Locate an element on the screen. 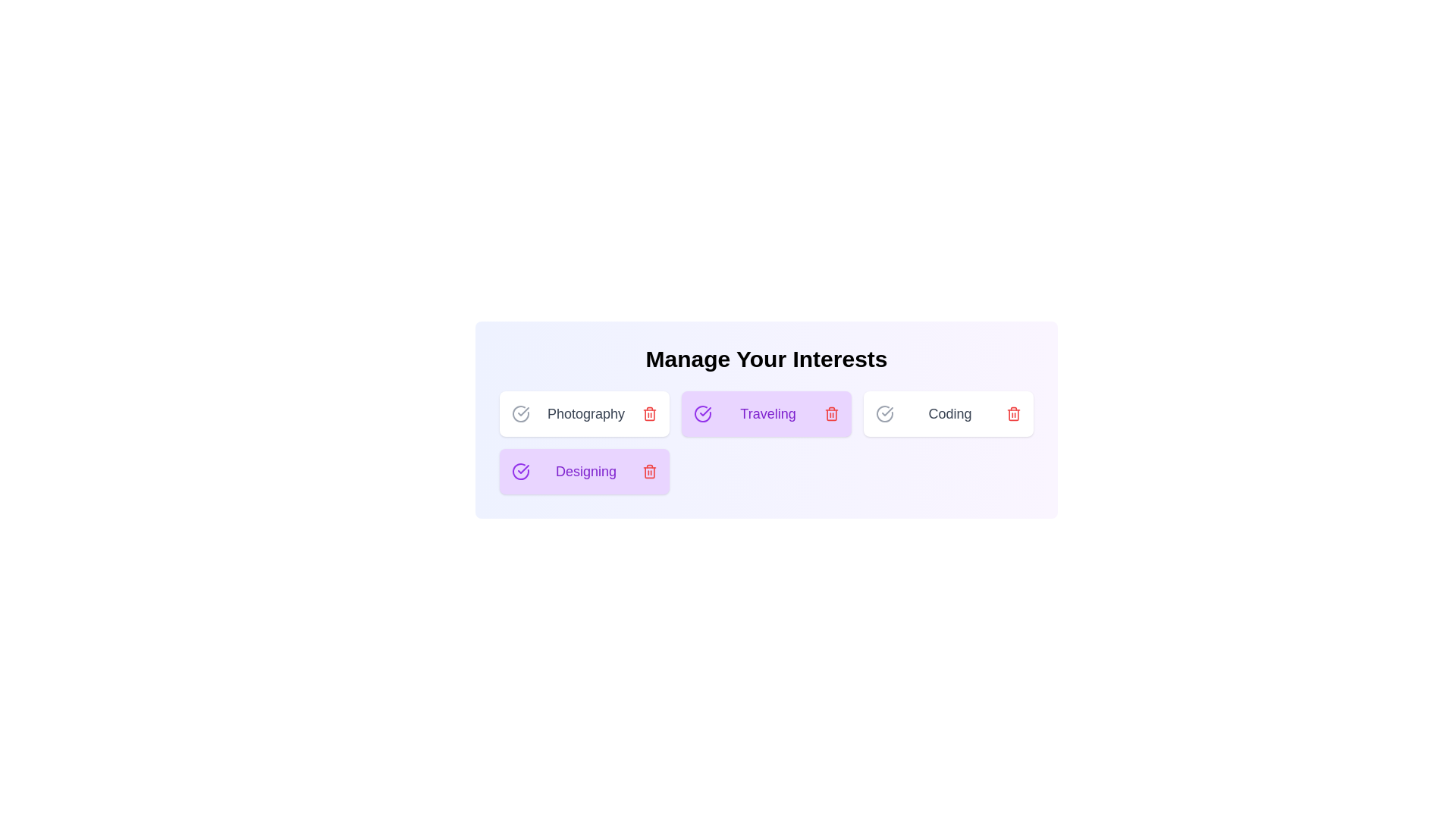 Image resolution: width=1456 pixels, height=819 pixels. the chip labeled Coding is located at coordinates (948, 414).